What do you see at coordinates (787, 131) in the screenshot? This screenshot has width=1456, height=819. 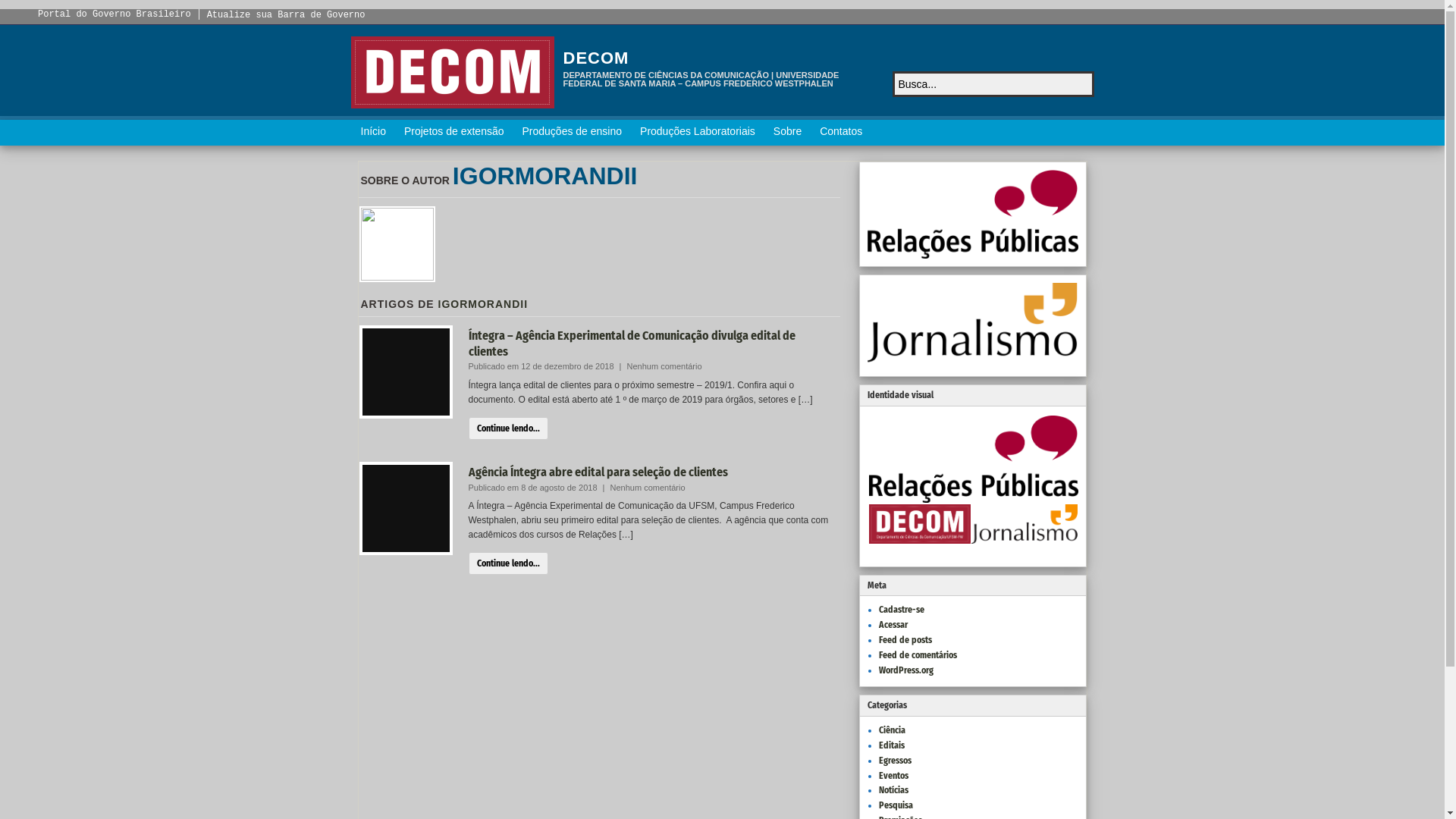 I see `'Sobre'` at bounding box center [787, 131].